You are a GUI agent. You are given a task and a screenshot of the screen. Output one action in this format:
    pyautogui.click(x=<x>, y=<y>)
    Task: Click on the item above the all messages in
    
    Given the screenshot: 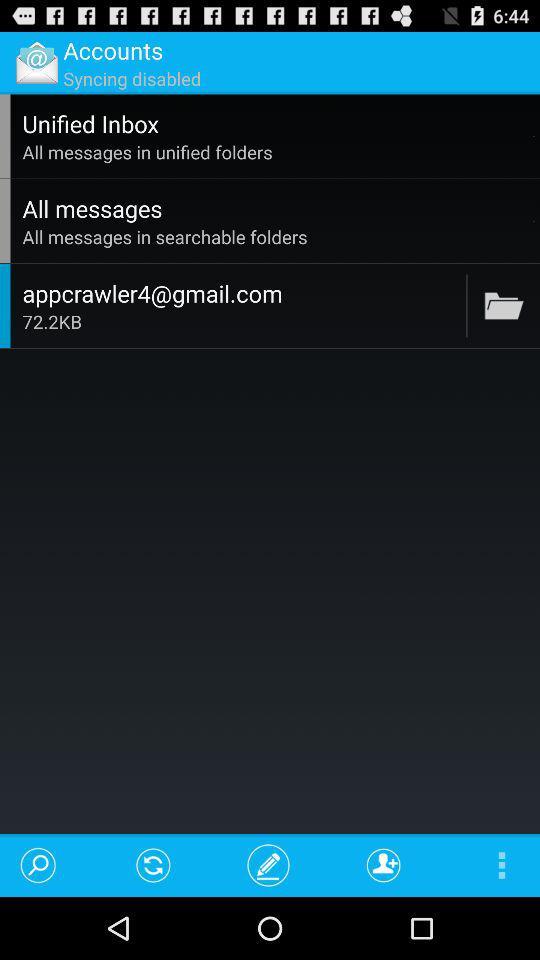 What is the action you would take?
    pyautogui.click(x=534, y=135)
    